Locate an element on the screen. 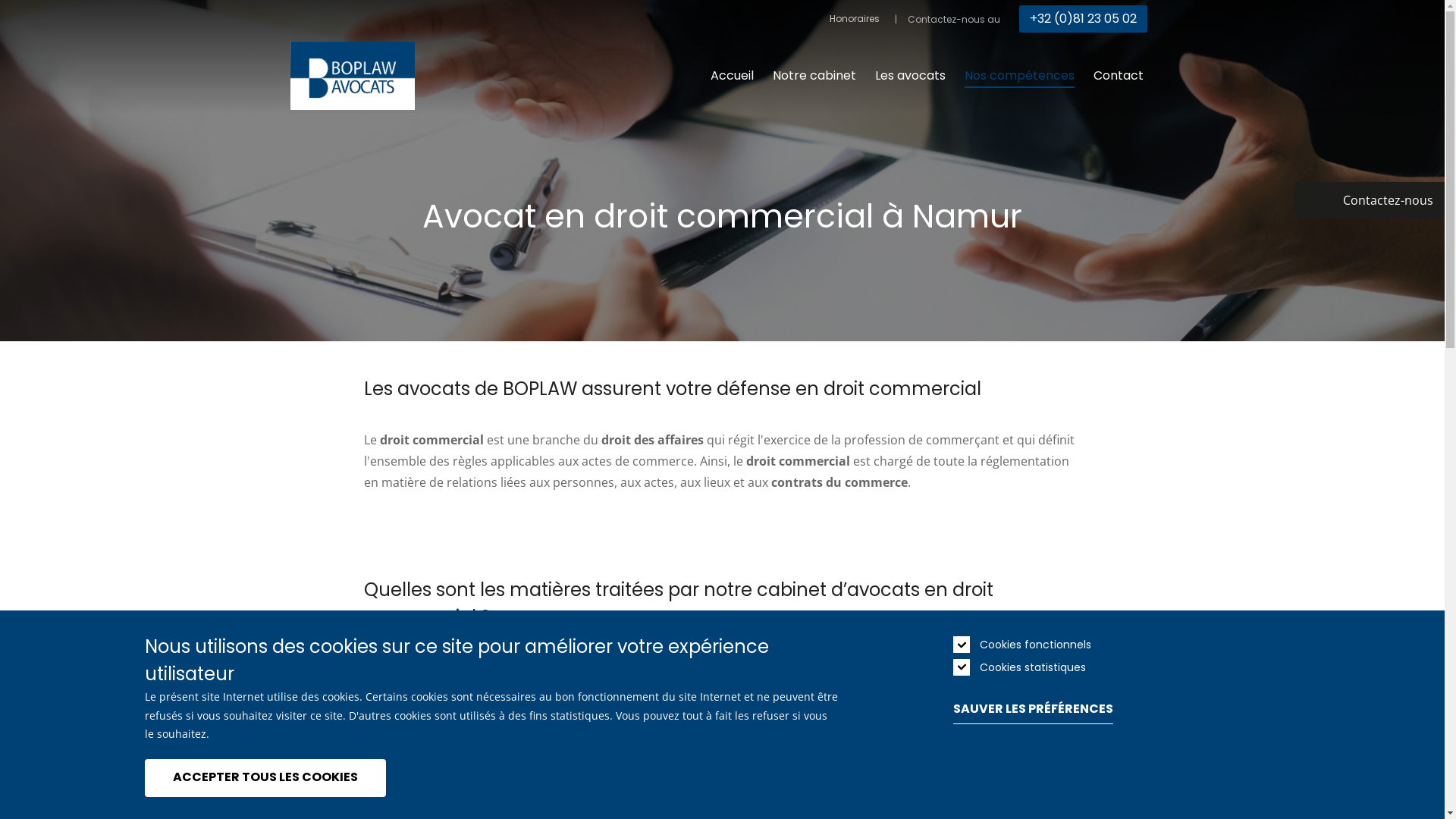 The width and height of the screenshot is (1456, 819). 'Honoraires' is located at coordinates (829, 18).